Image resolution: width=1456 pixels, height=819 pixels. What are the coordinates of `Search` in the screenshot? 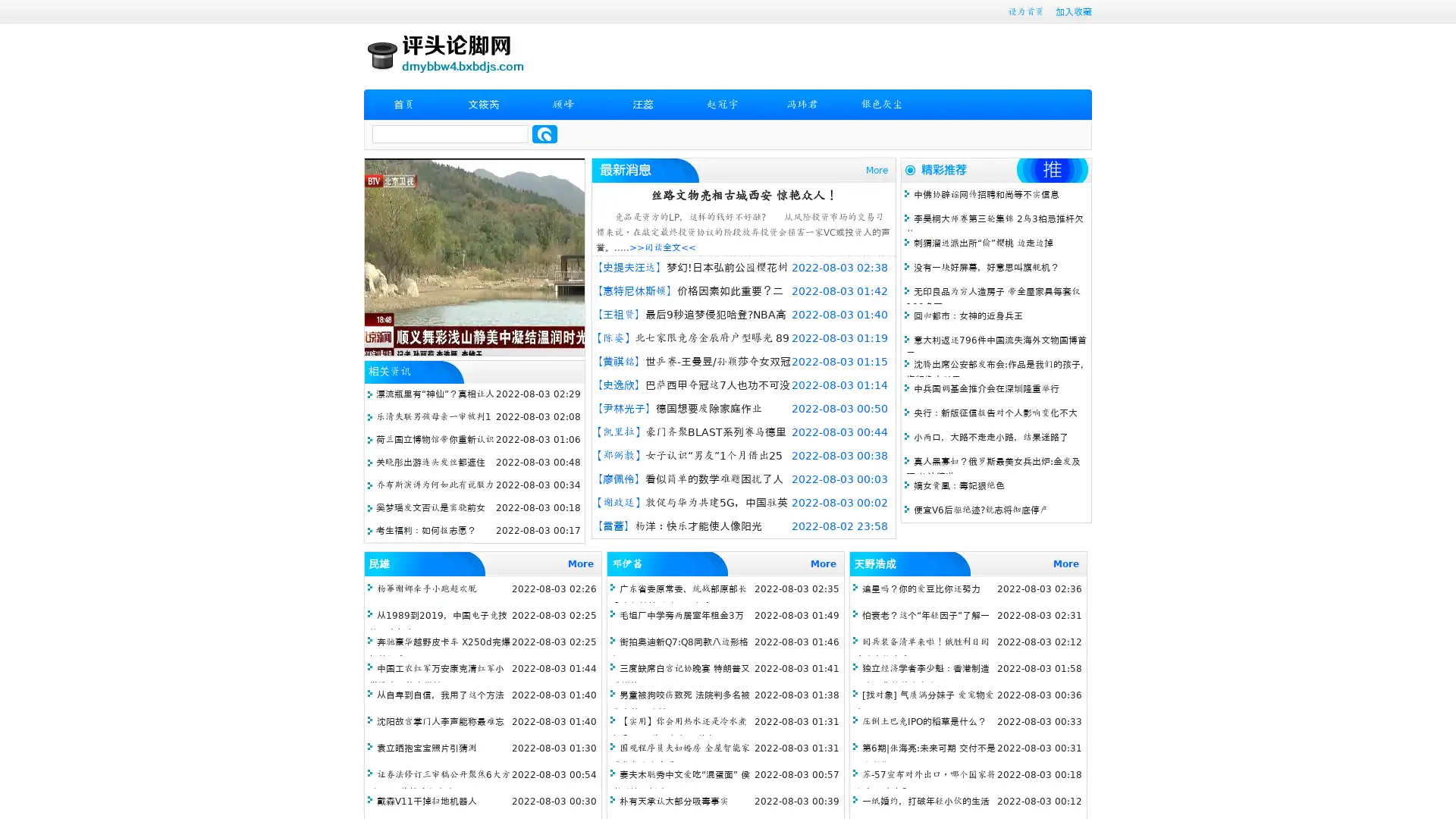 It's located at (544, 133).